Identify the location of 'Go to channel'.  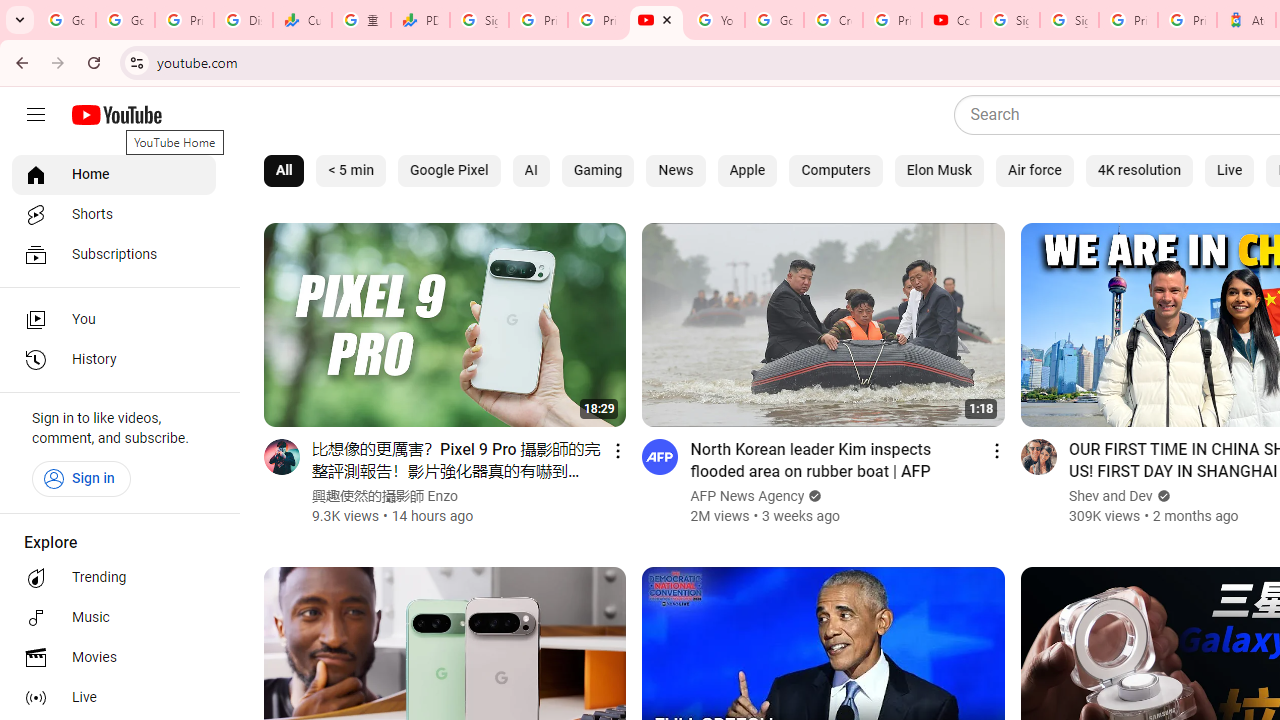
(1038, 456).